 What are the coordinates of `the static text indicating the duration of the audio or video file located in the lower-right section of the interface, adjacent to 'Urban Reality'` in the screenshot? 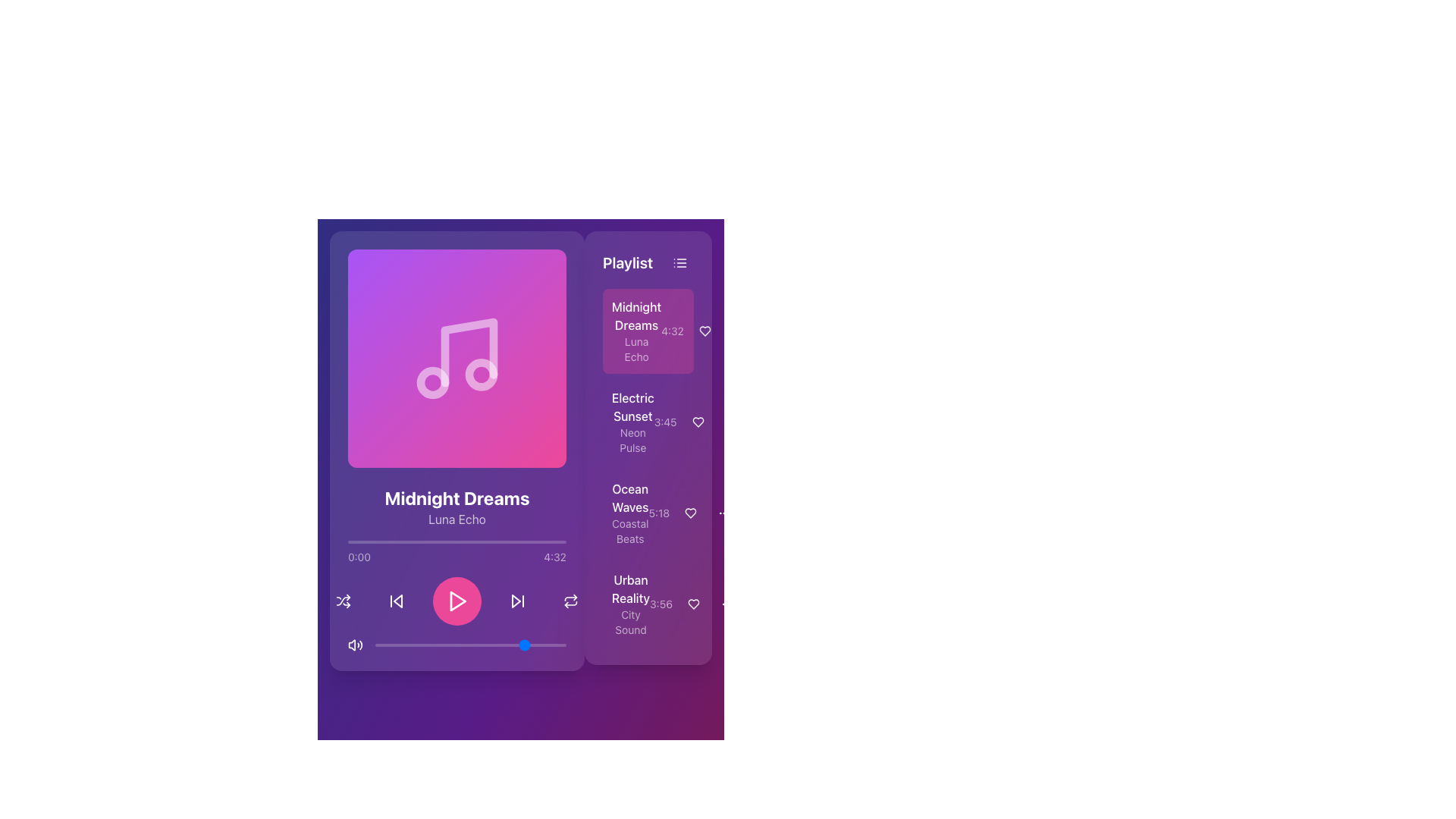 It's located at (661, 604).